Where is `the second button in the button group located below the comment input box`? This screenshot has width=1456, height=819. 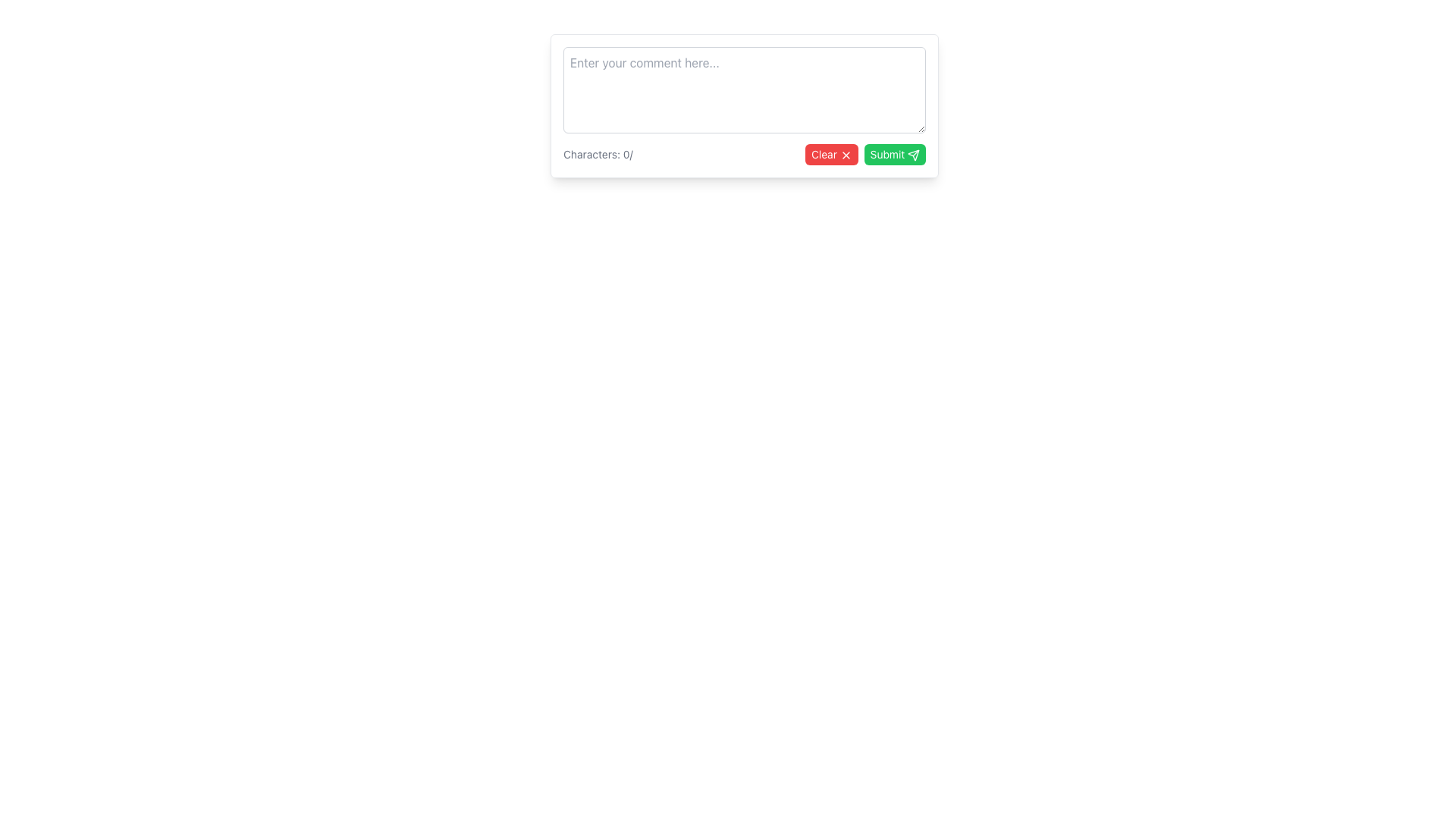 the second button in the button group located below the comment input box is located at coordinates (895, 155).